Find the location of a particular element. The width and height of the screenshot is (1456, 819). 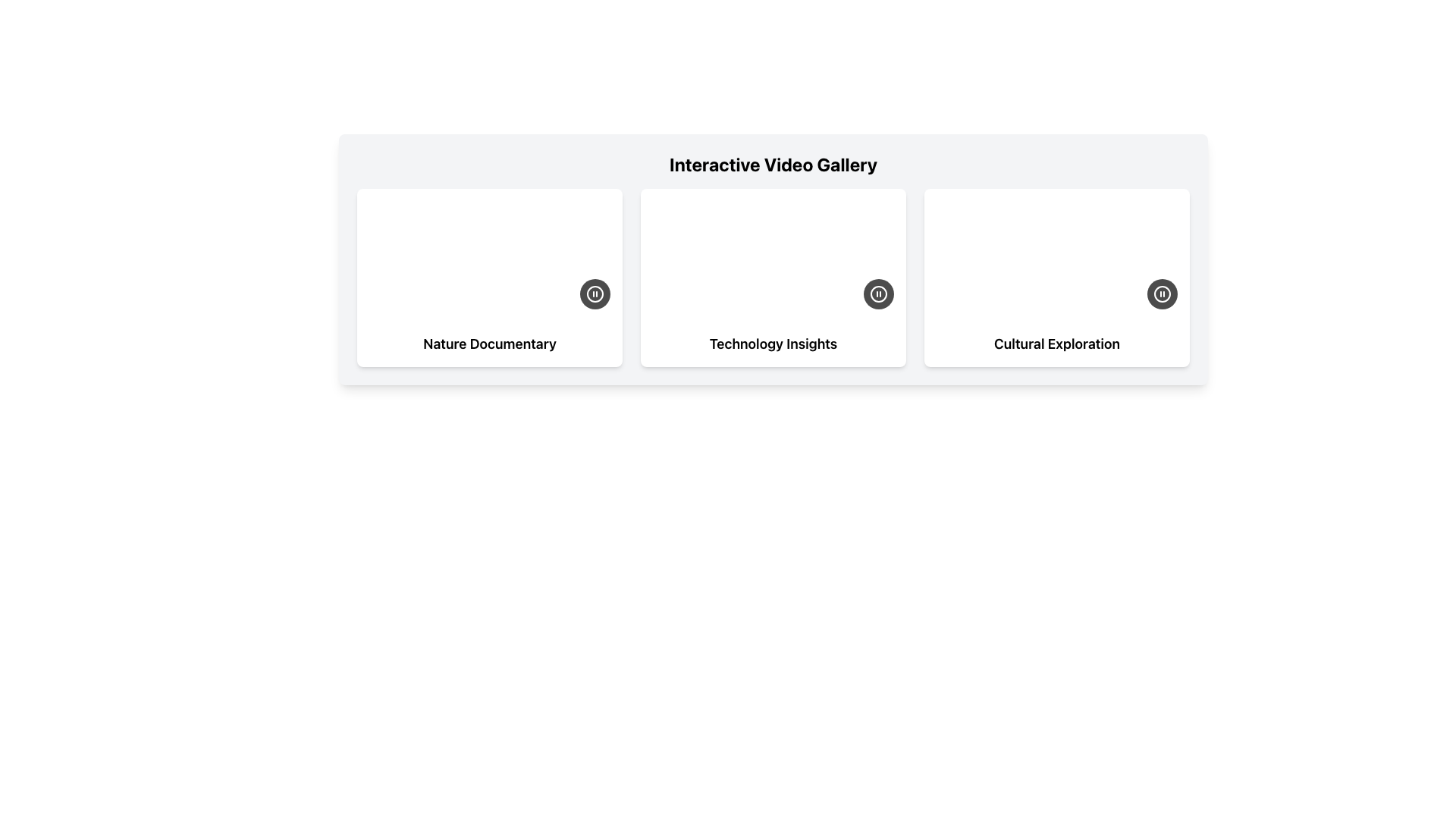

the visual cues of the second interactive video option represented by a circular graphic element located below the title 'Technology Insights' is located at coordinates (878, 294).